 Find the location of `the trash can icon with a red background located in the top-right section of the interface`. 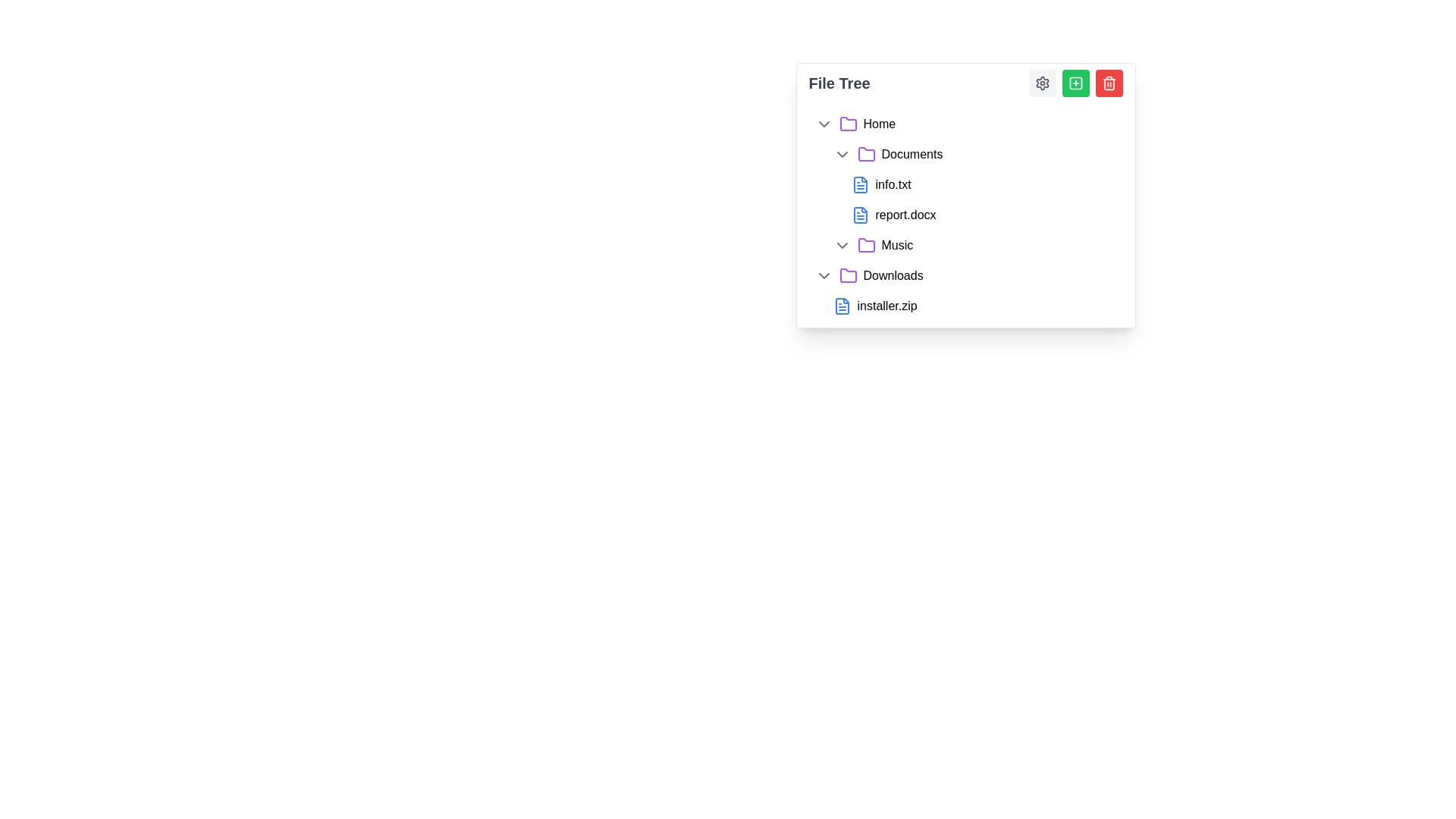

the trash can icon with a red background located in the top-right section of the interface is located at coordinates (1109, 83).